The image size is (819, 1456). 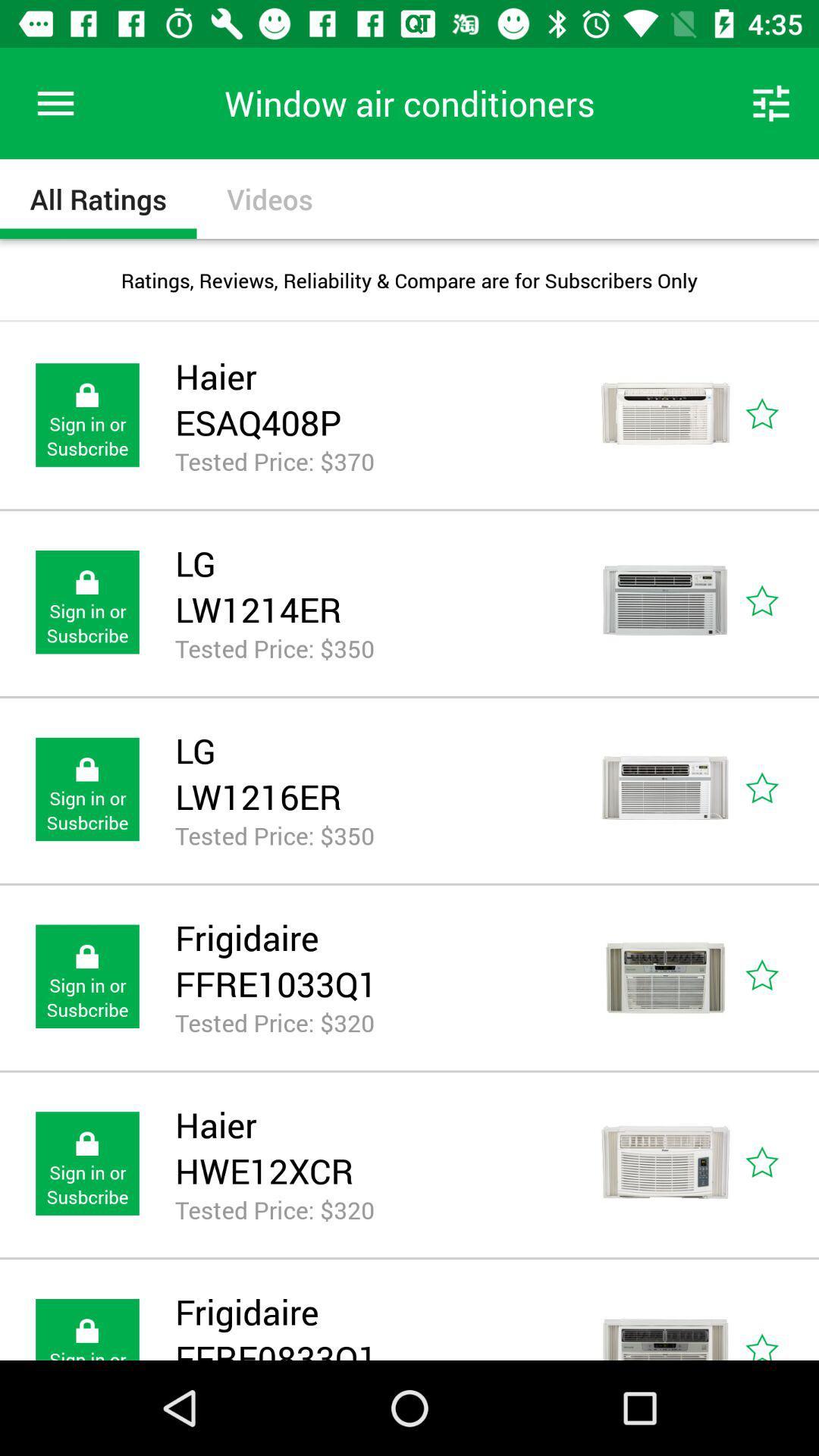 What do you see at coordinates (55, 102) in the screenshot?
I see `item next to the window air conditioners icon` at bounding box center [55, 102].